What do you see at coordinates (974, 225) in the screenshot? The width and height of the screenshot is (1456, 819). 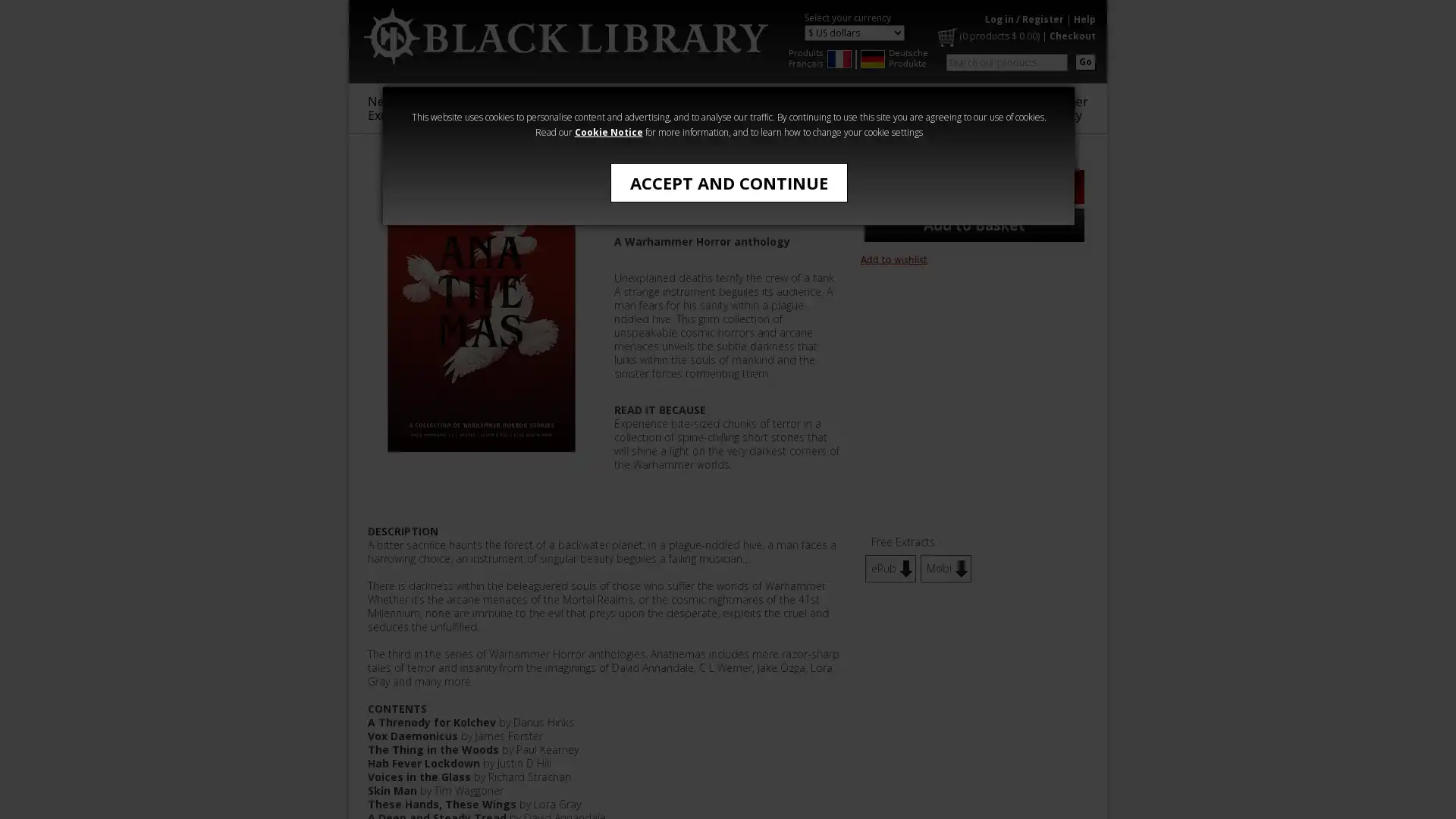 I see `Add to Basket` at bounding box center [974, 225].